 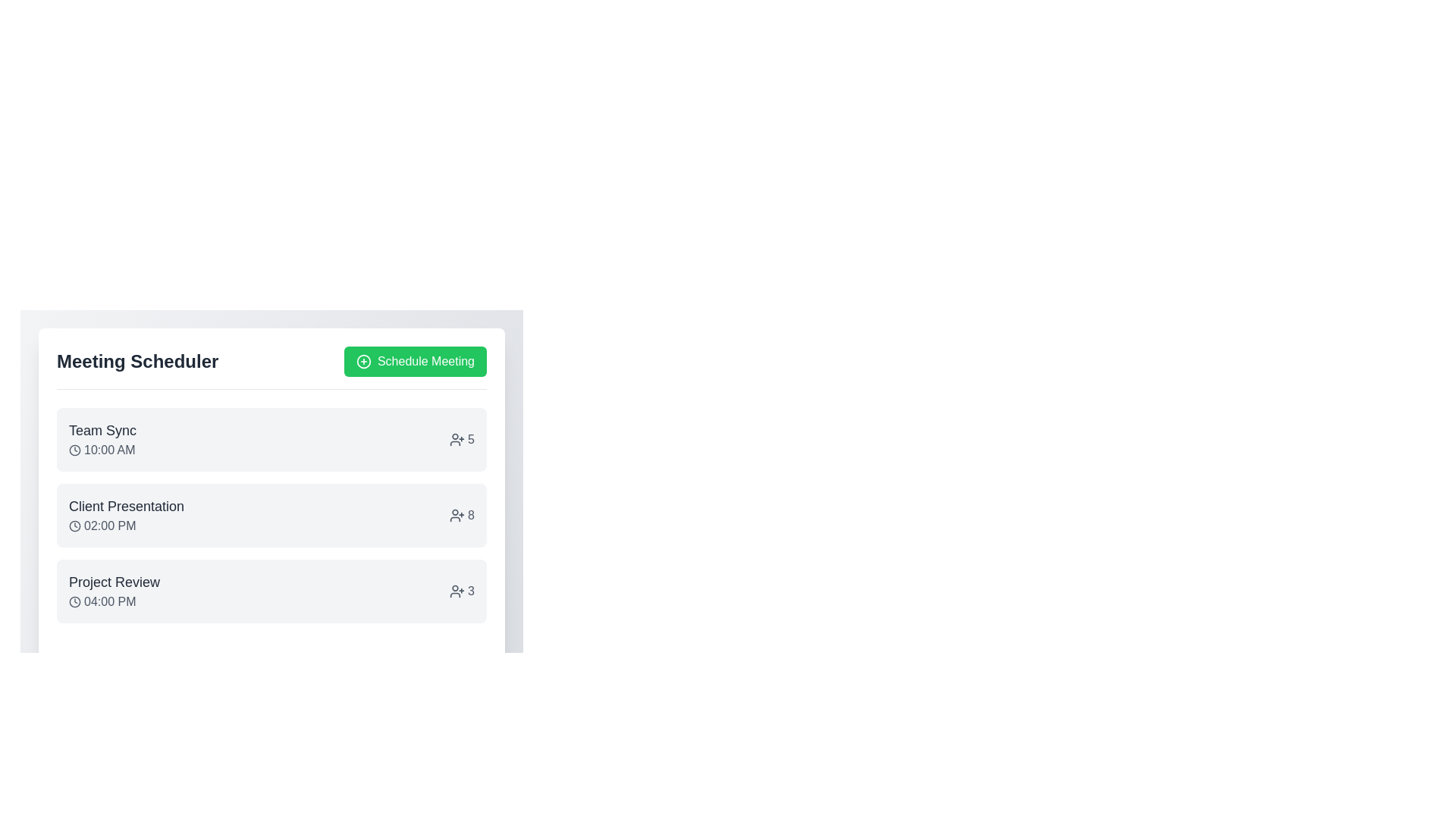 What do you see at coordinates (457, 514) in the screenshot?
I see `the icon representing the functionality for adding participants in the 'Client Presentation' meeting list item` at bounding box center [457, 514].